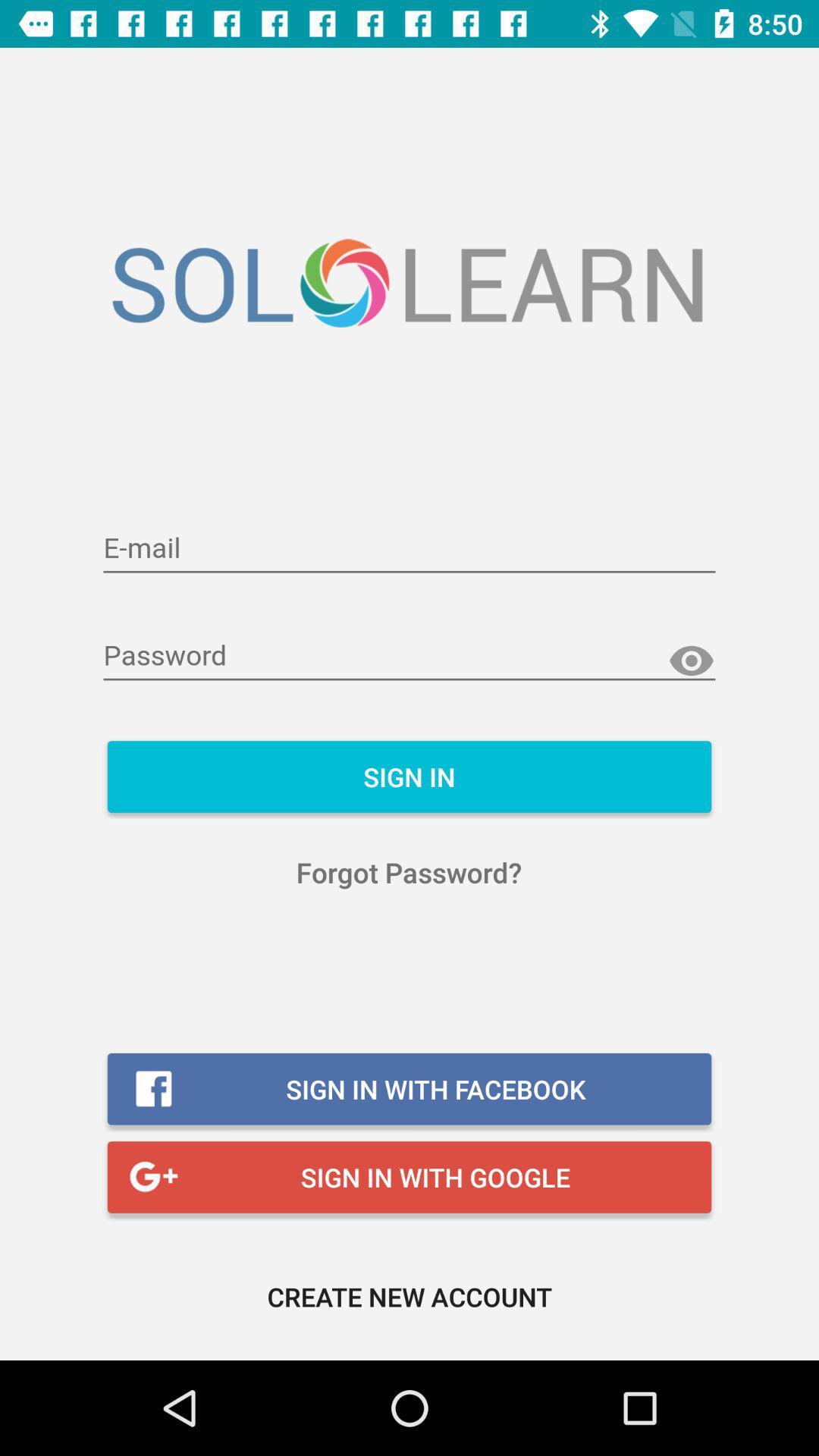 Image resolution: width=819 pixels, height=1456 pixels. I want to click on make password visible, so click(691, 661).